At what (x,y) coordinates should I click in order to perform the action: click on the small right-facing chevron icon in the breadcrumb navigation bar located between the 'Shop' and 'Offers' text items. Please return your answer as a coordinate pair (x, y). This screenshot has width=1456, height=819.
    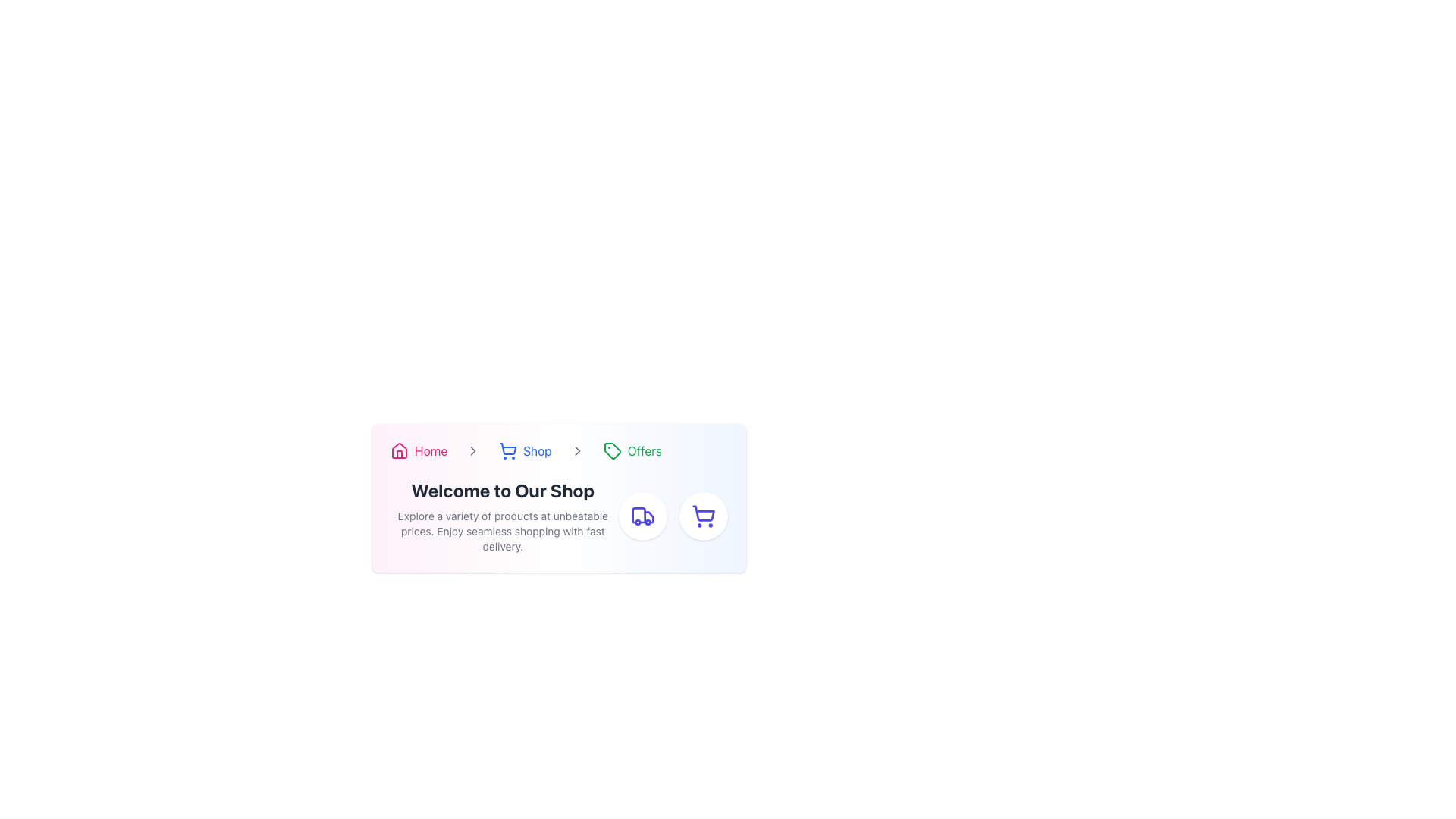
    Looking at the image, I should click on (576, 450).